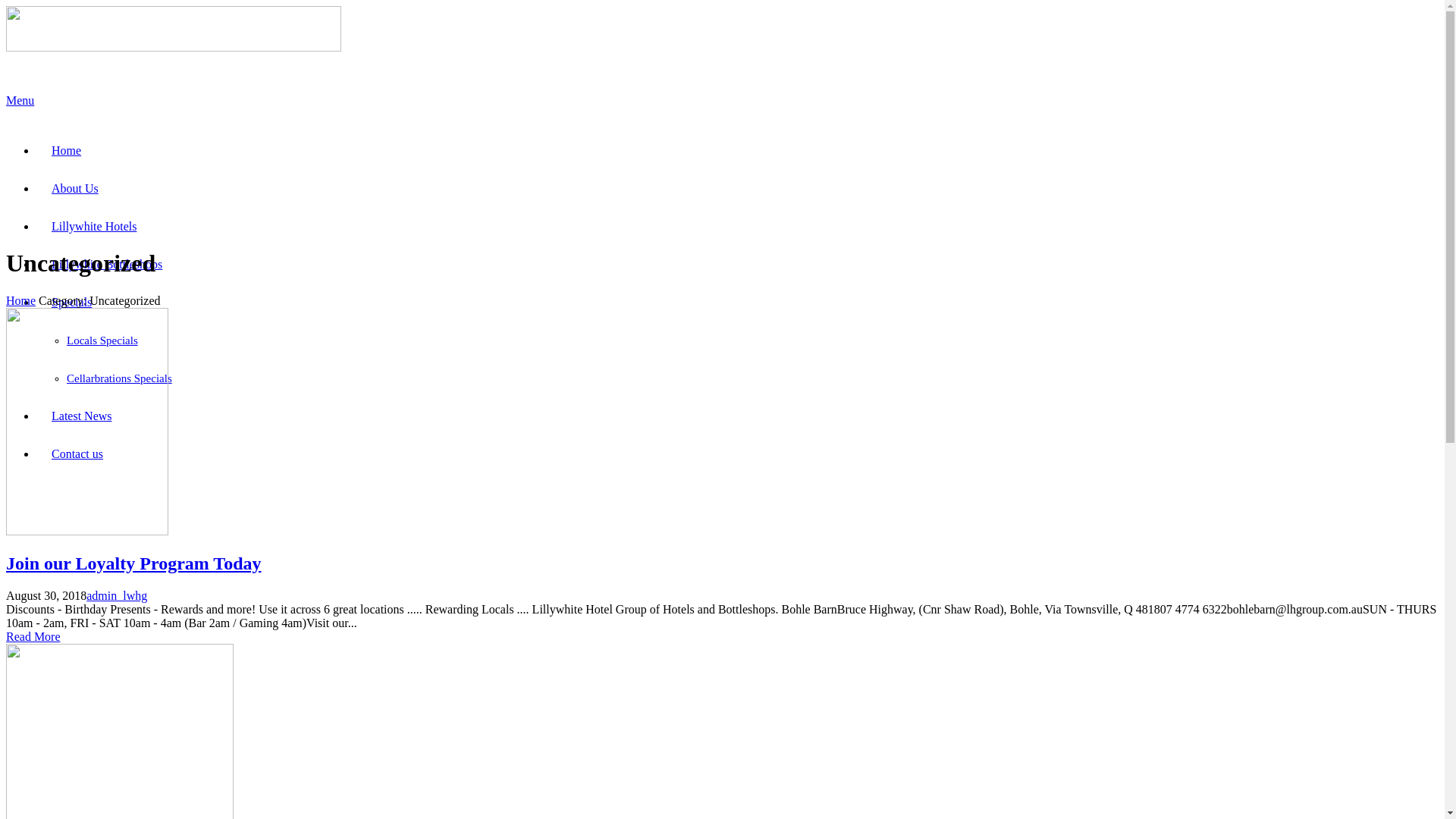 This screenshot has width=1456, height=819. What do you see at coordinates (65, 150) in the screenshot?
I see `'Home'` at bounding box center [65, 150].